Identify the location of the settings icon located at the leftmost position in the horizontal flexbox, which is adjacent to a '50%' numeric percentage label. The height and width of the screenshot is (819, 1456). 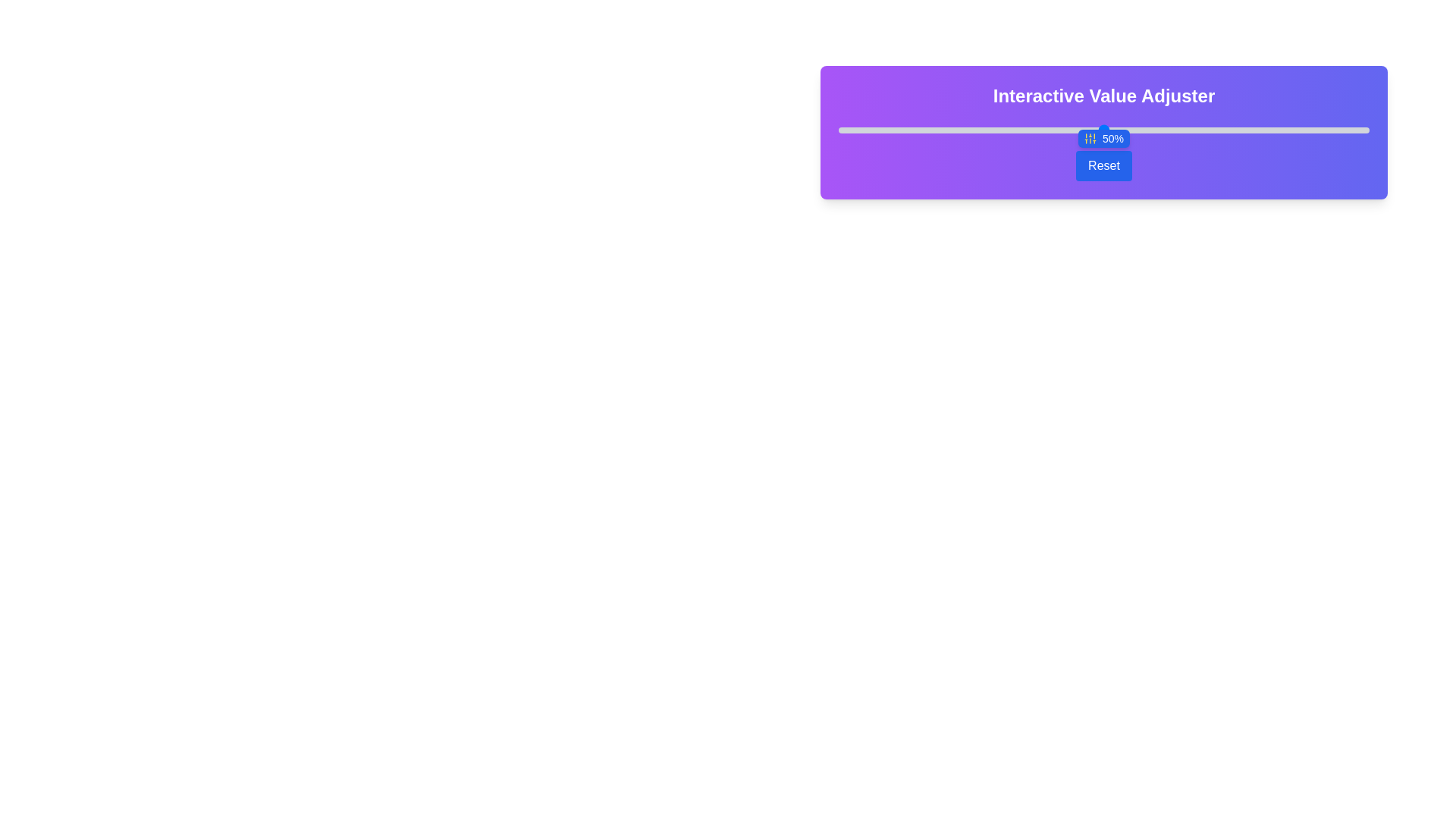
(1089, 138).